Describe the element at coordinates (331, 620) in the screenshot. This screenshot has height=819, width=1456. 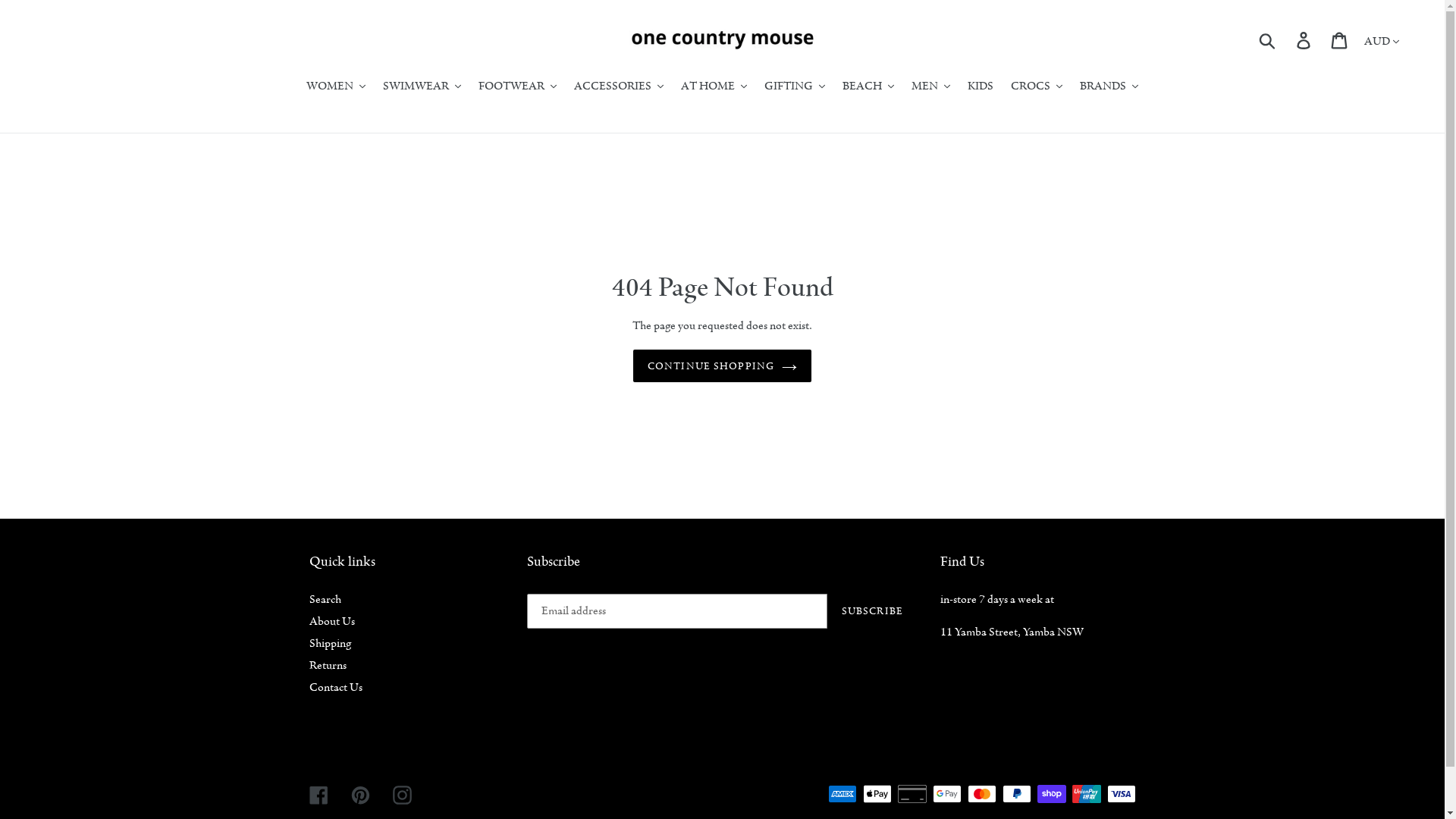
I see `'About Us'` at that location.